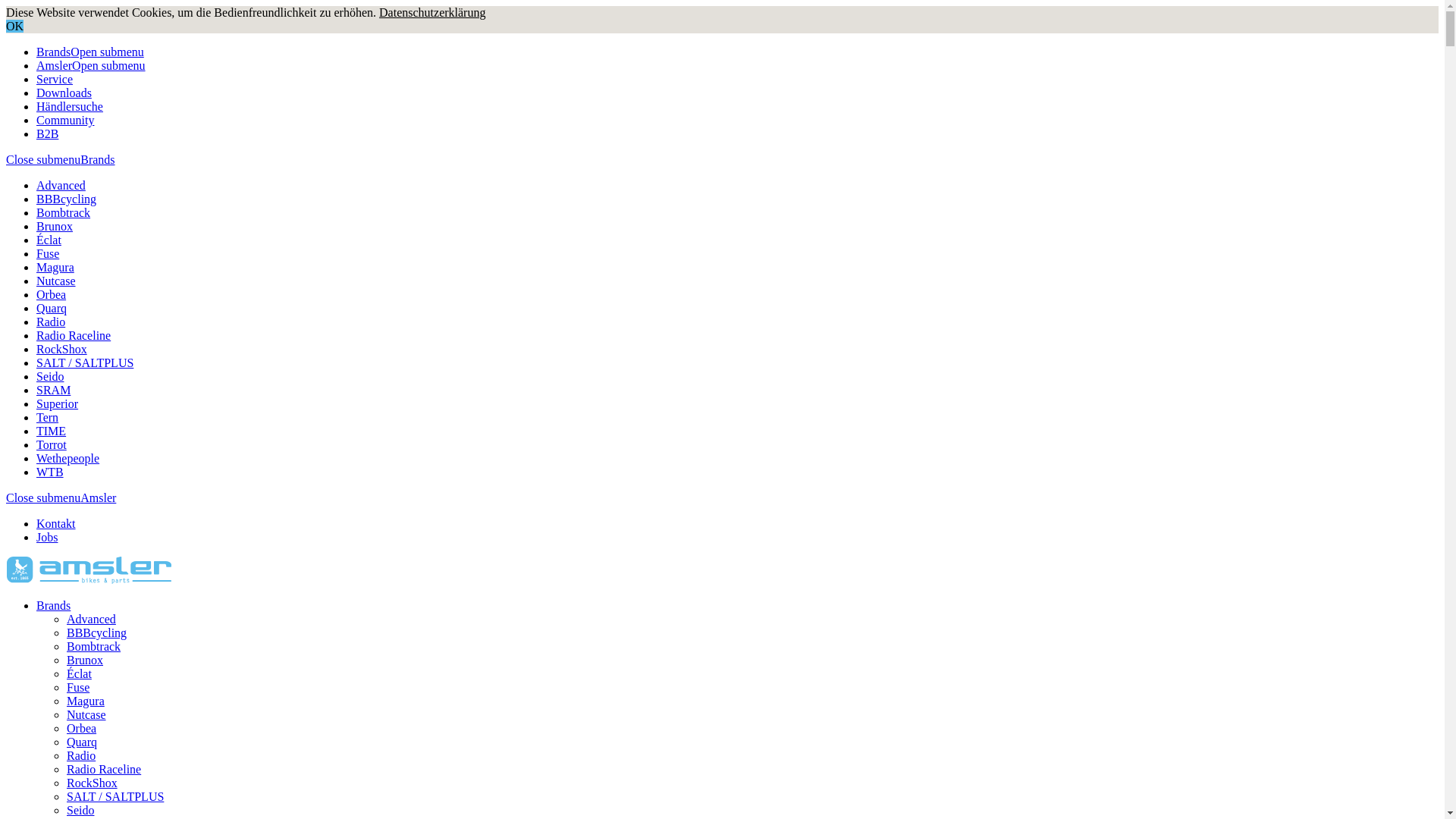 The width and height of the screenshot is (1456, 819). Describe the element at coordinates (6, 26) in the screenshot. I see `'OK'` at that location.